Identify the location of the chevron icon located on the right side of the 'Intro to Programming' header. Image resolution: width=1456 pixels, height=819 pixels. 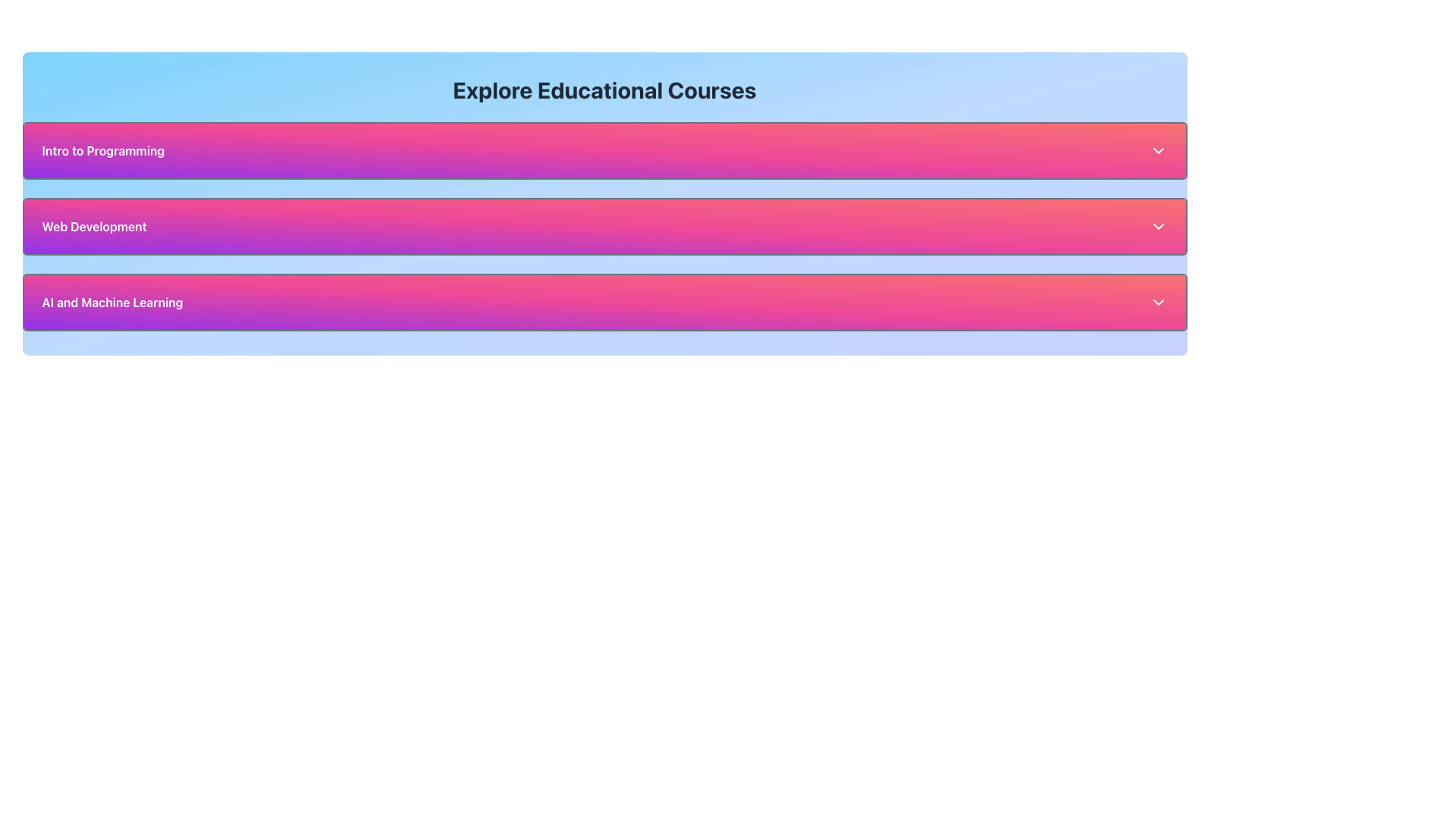
(1157, 151).